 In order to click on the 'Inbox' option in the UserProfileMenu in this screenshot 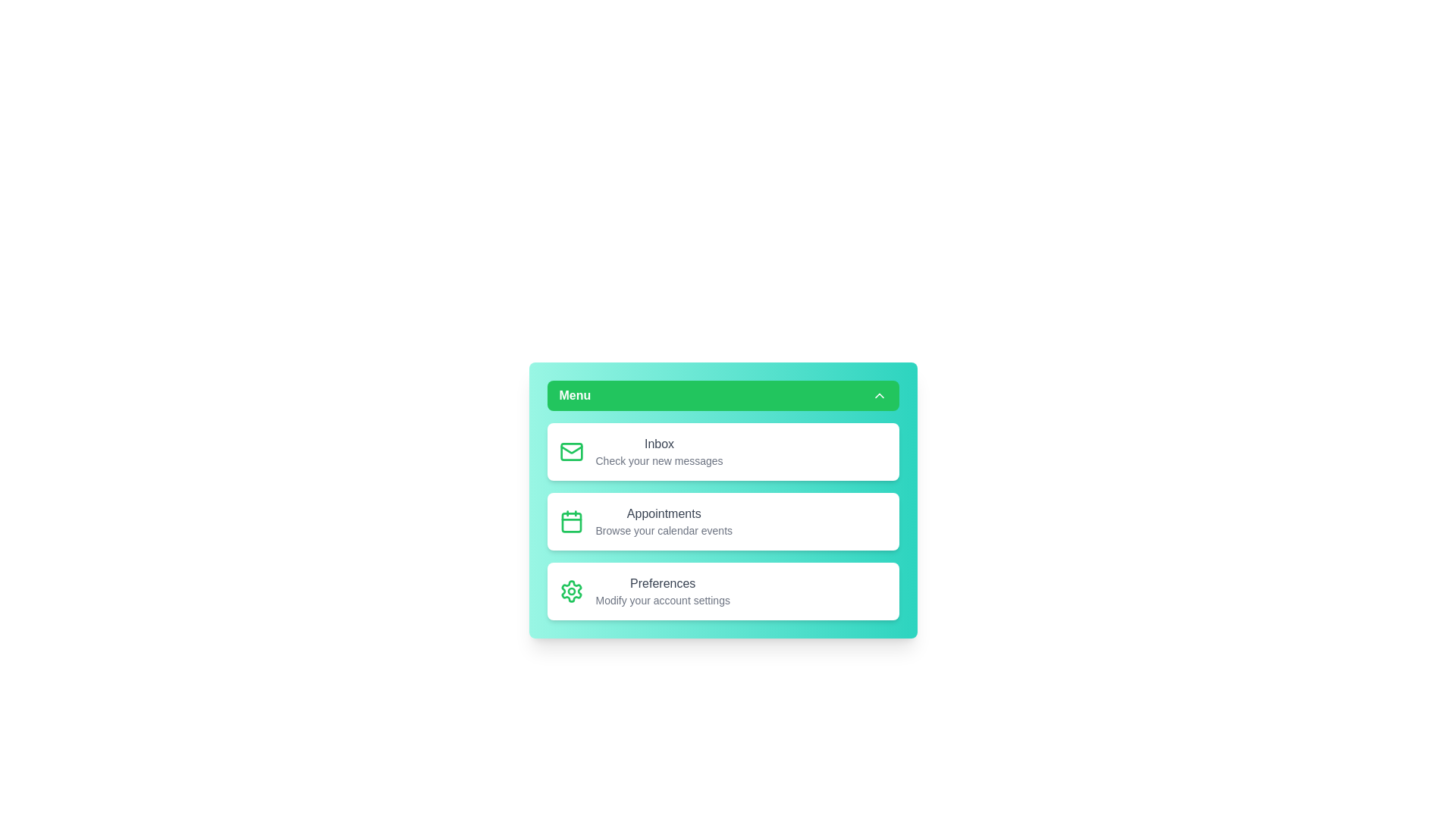, I will do `click(659, 444)`.